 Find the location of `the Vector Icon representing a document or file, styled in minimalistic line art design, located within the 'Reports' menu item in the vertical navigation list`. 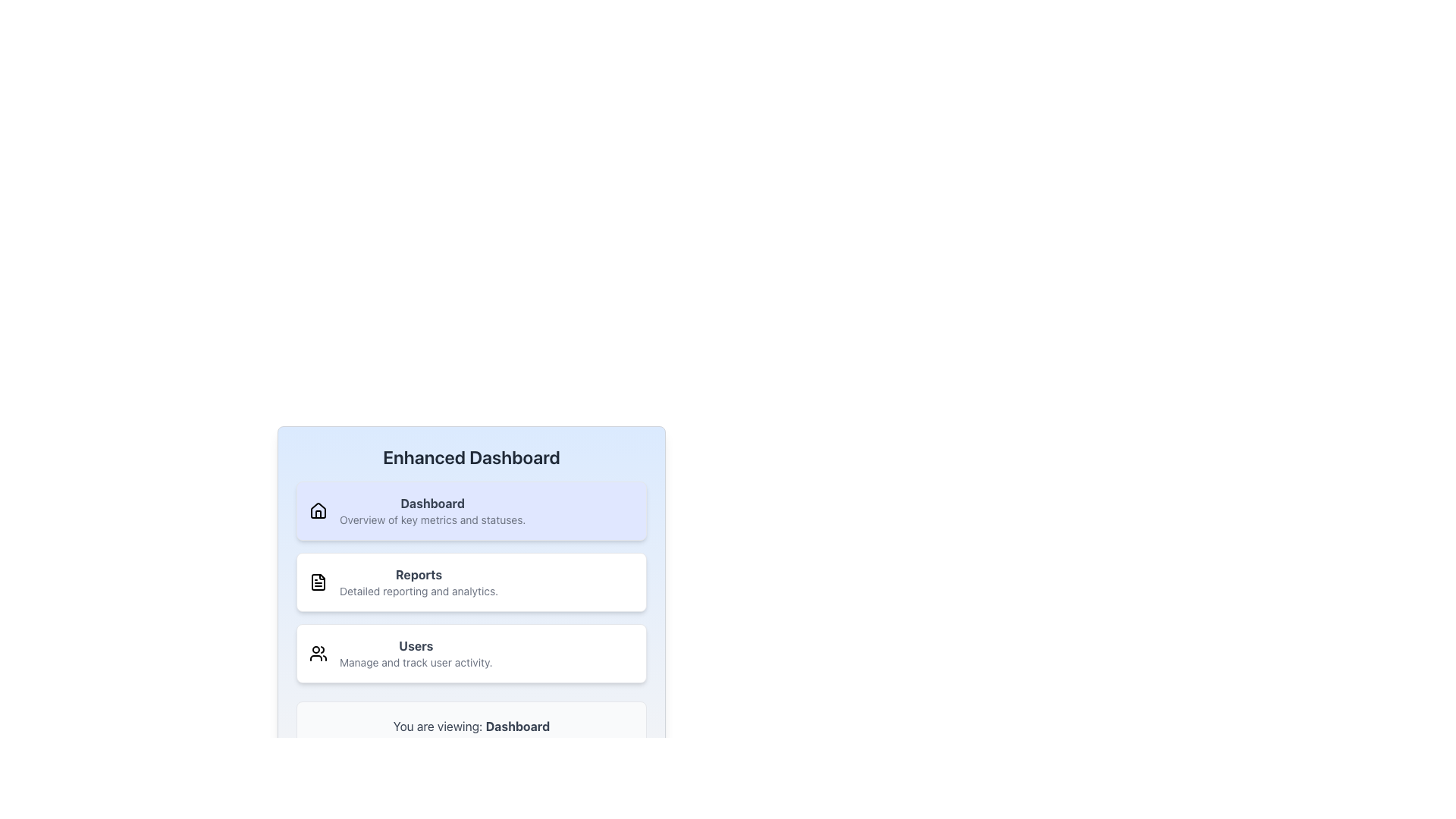

the Vector Icon representing a document or file, styled in minimalistic line art design, located within the 'Reports' menu item in the vertical navigation list is located at coordinates (318, 581).